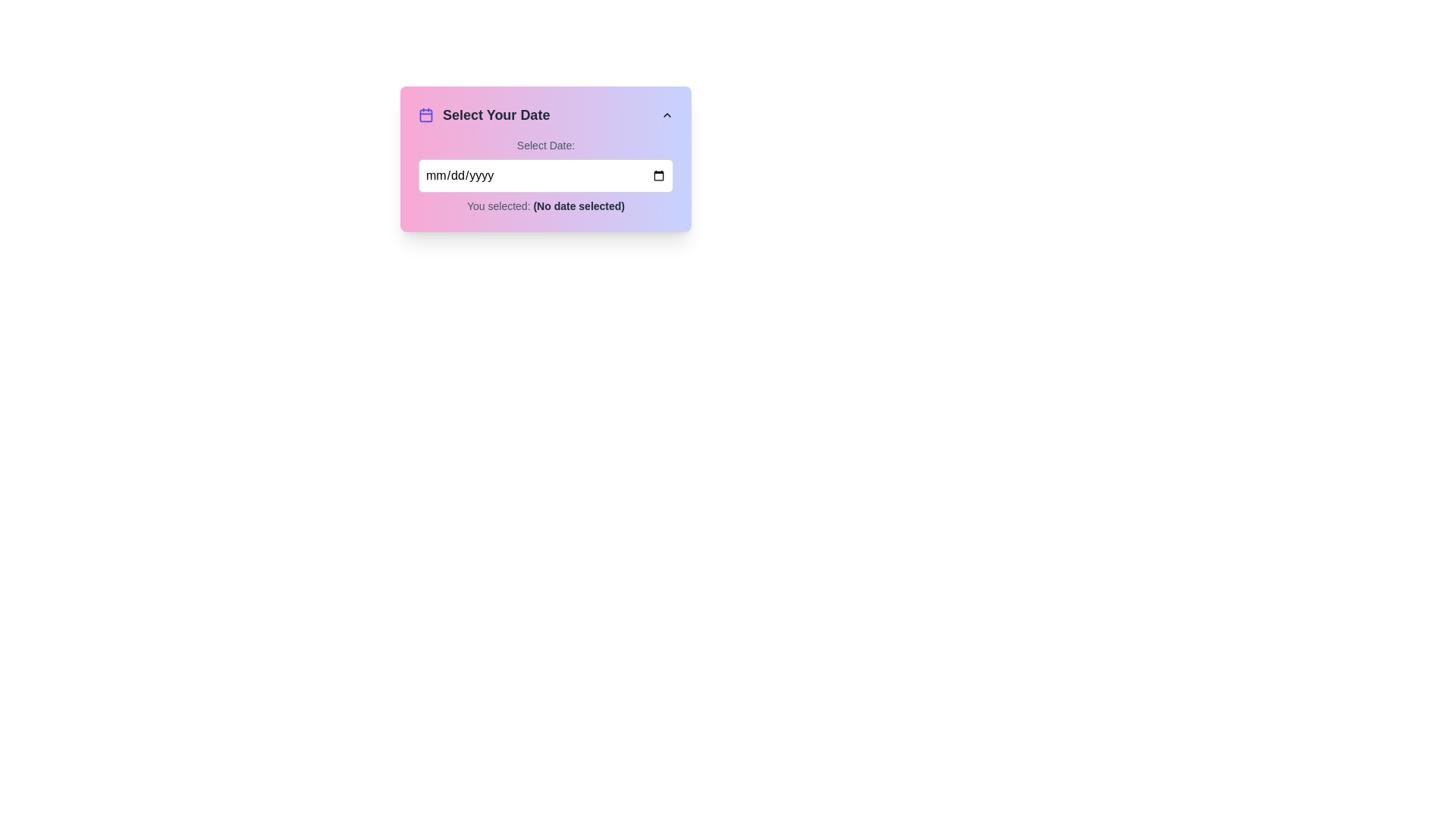 The height and width of the screenshot is (819, 1456). What do you see at coordinates (546, 174) in the screenshot?
I see `the input field within the Composite component for date selection located beneath the 'Select Your Date' header` at bounding box center [546, 174].